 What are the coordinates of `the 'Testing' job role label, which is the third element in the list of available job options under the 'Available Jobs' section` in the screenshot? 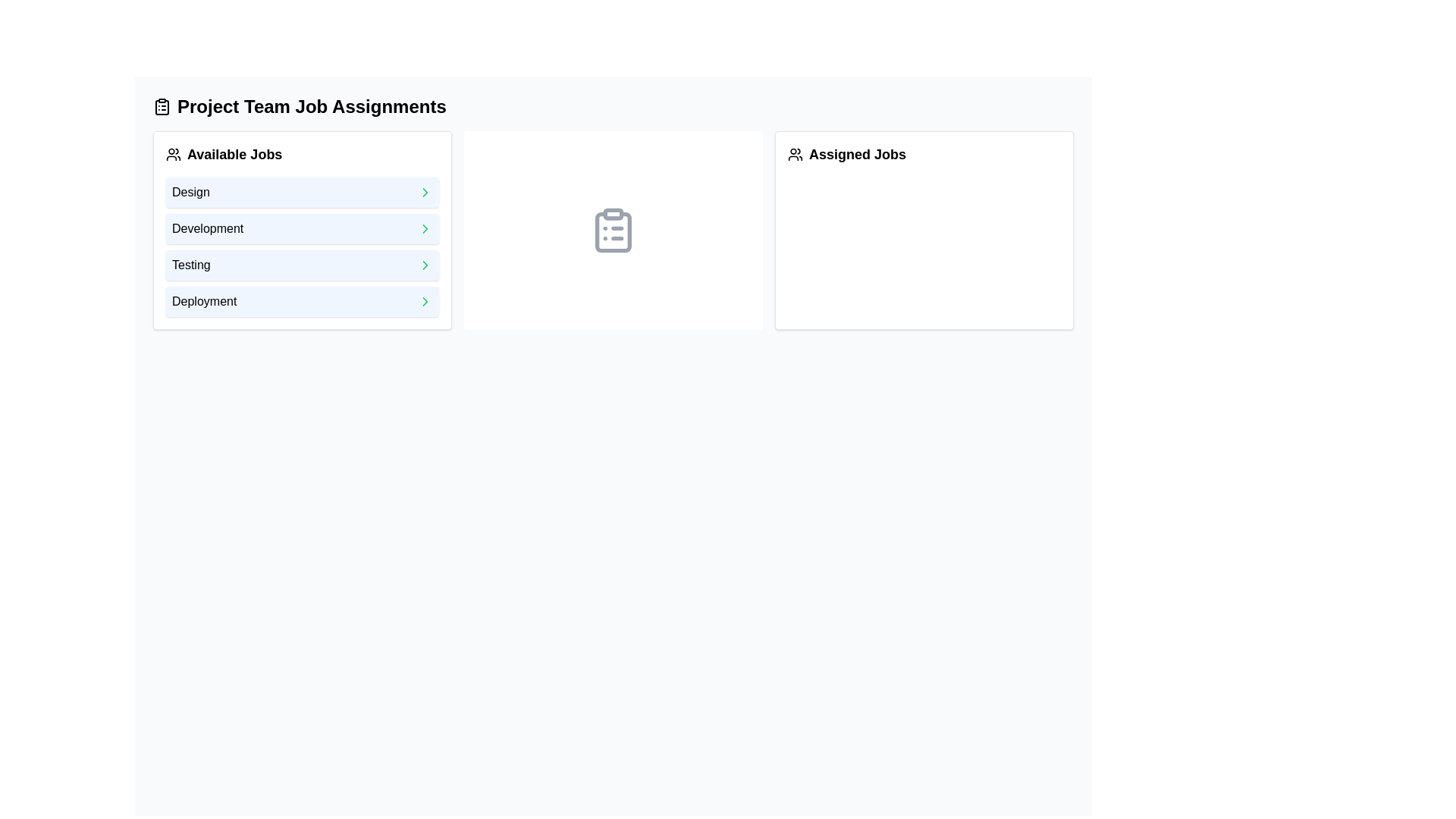 It's located at (190, 265).